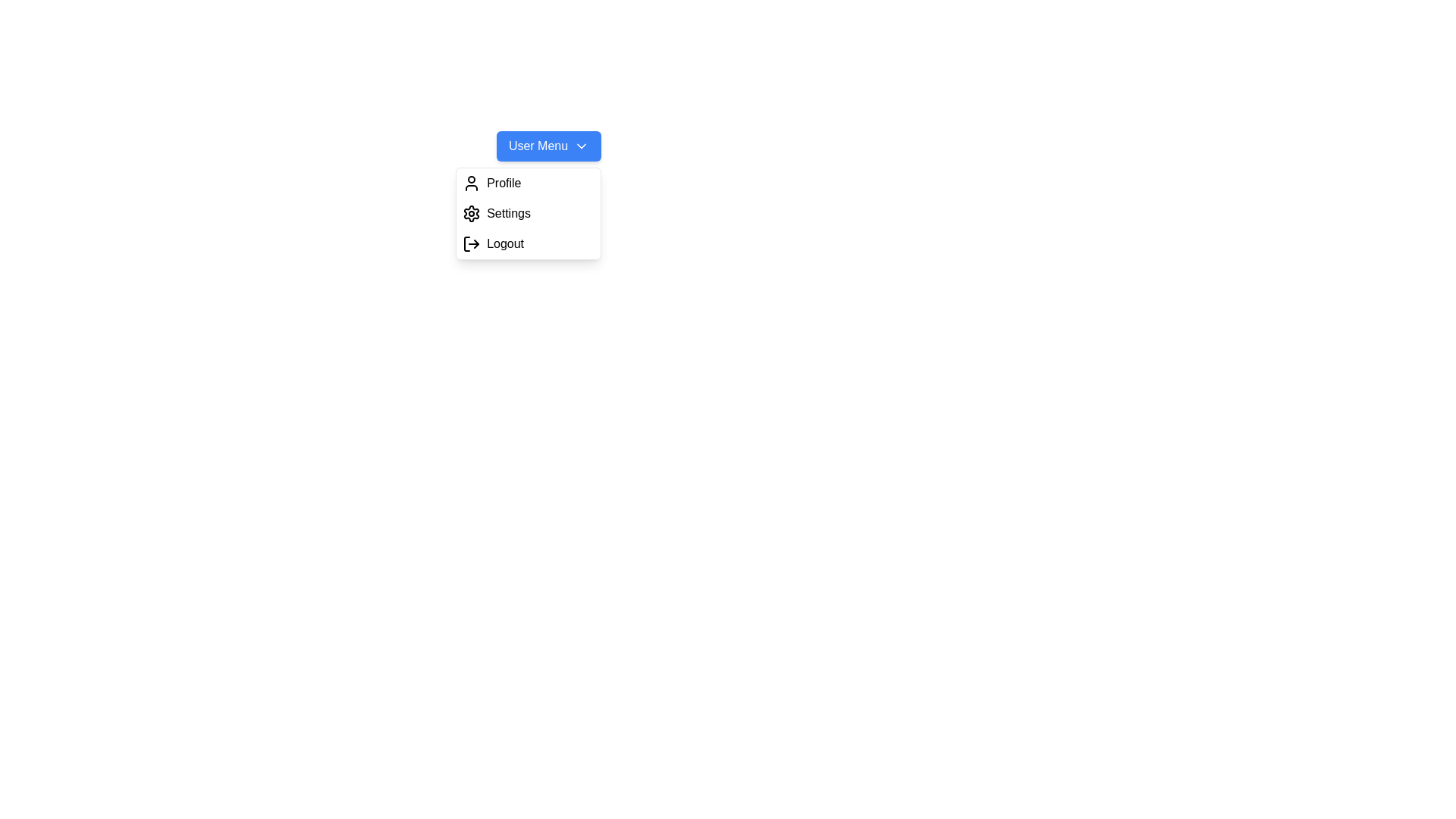 Image resolution: width=1456 pixels, height=819 pixels. Describe the element at coordinates (471, 213) in the screenshot. I see `the 'Settings' icon in the dropdown menu to activate focus effects` at that location.